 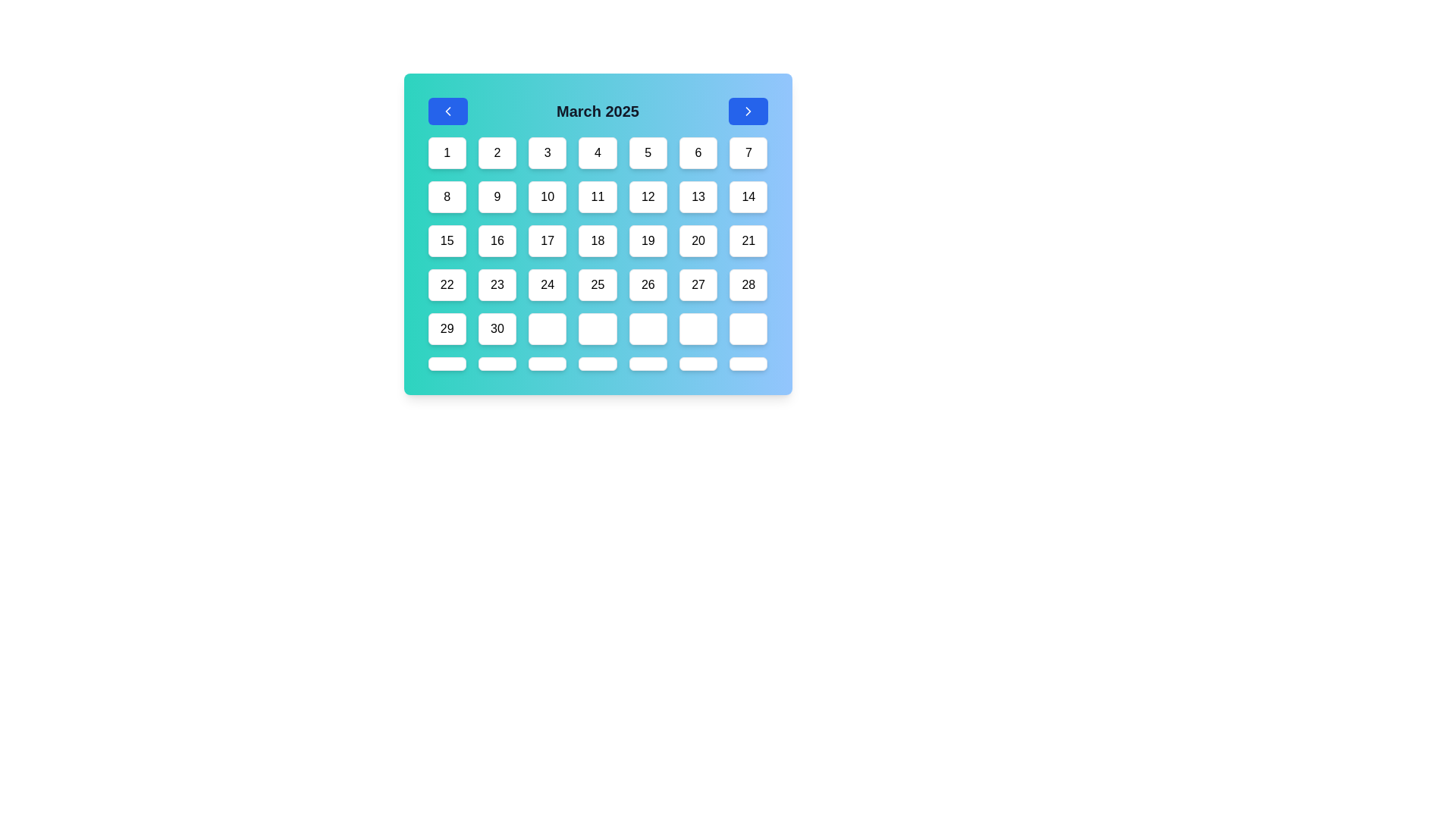 I want to click on the small rectangular Grid Cell with a white background, rounded corners, and a subtle shadow effect located in the bottom-most row of the grid, sixth column from the left, so click(x=698, y=363).